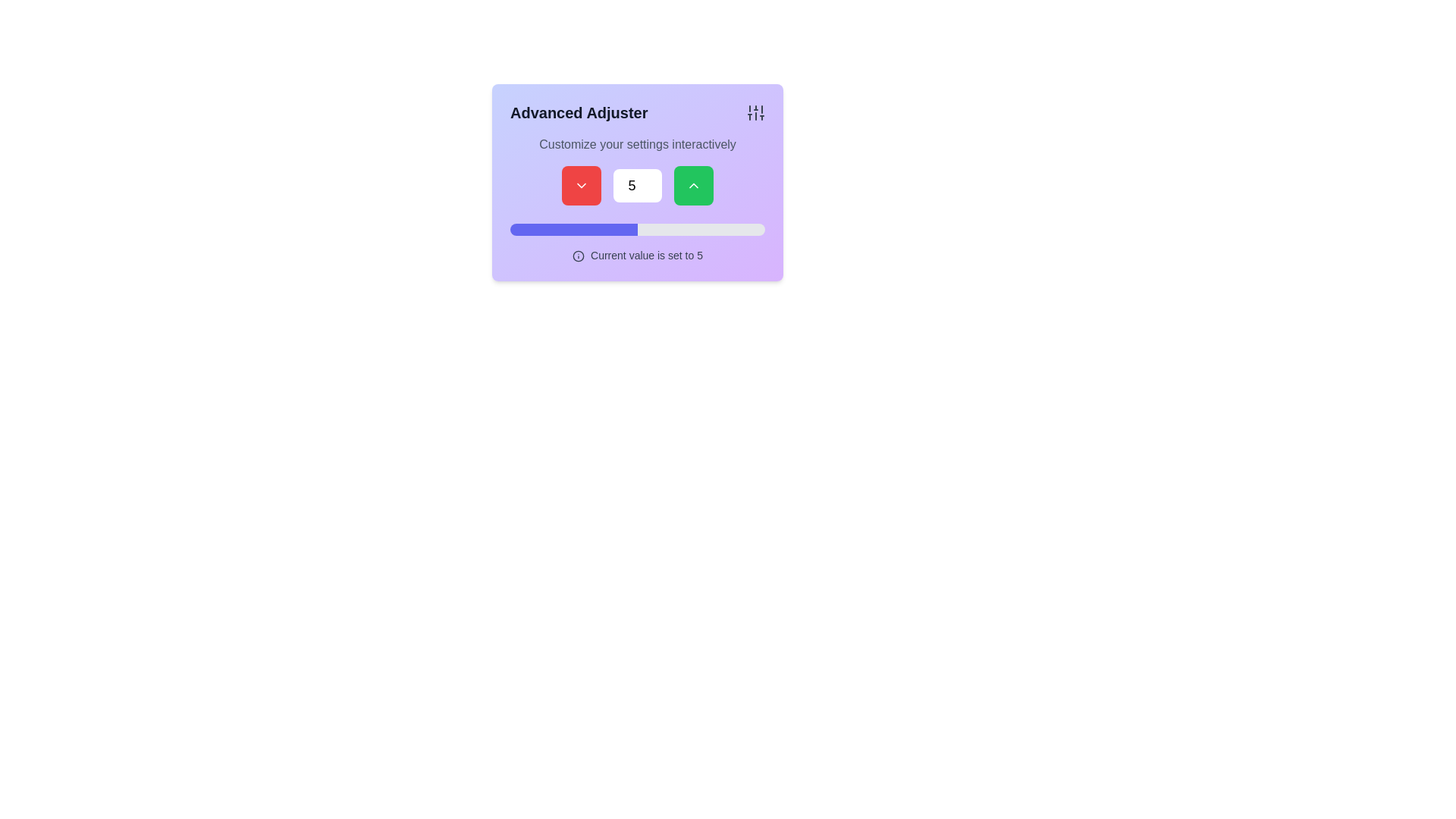 Image resolution: width=1456 pixels, height=819 pixels. I want to click on the 'Advanced Adjuster' interactive adjustment panel, so click(637, 181).